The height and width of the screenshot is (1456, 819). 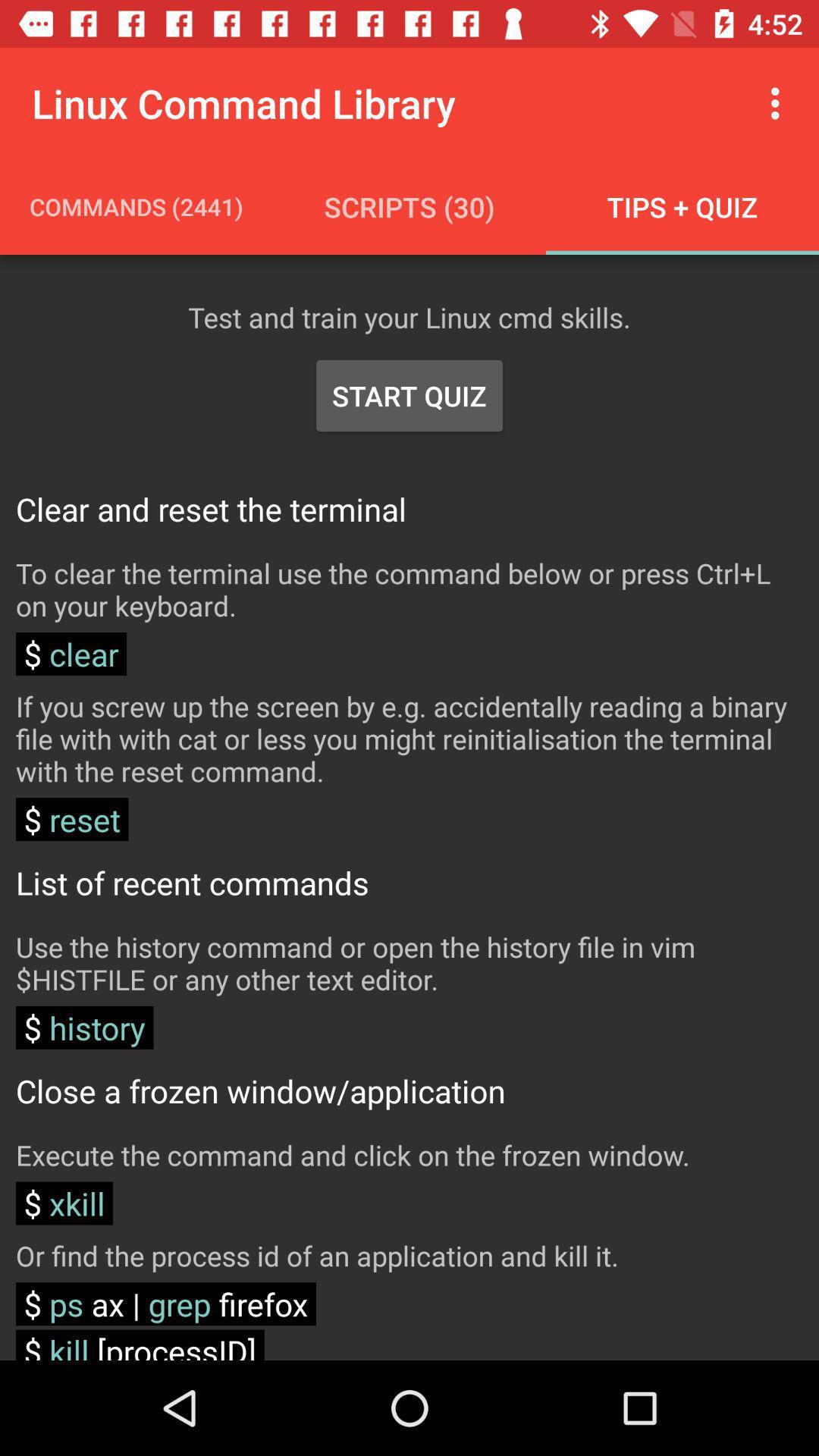 What do you see at coordinates (409, 396) in the screenshot?
I see `start quiz icon` at bounding box center [409, 396].